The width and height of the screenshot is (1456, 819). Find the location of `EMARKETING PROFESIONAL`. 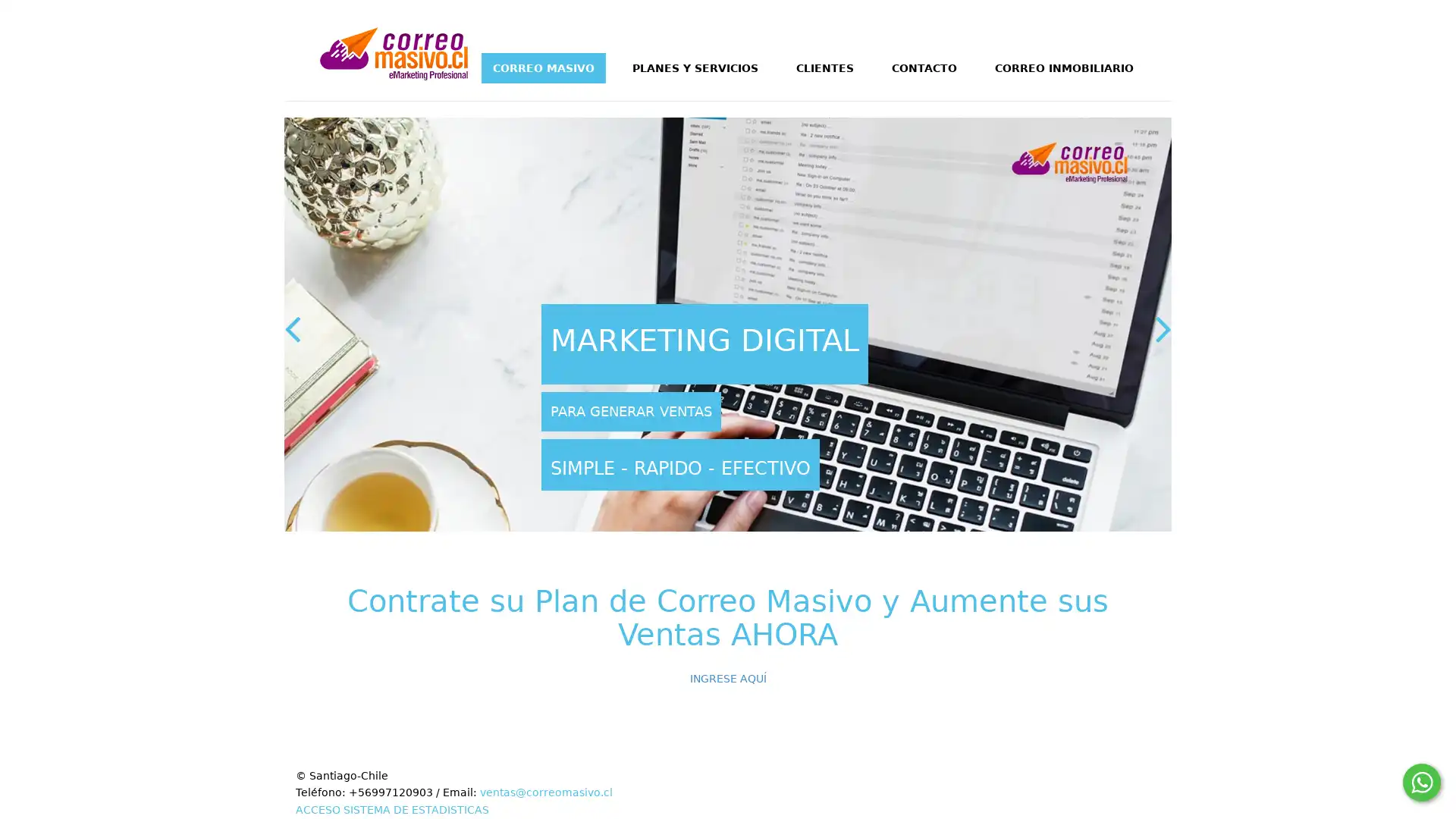

EMARKETING PROFESIONAL is located at coordinates (644, 411).